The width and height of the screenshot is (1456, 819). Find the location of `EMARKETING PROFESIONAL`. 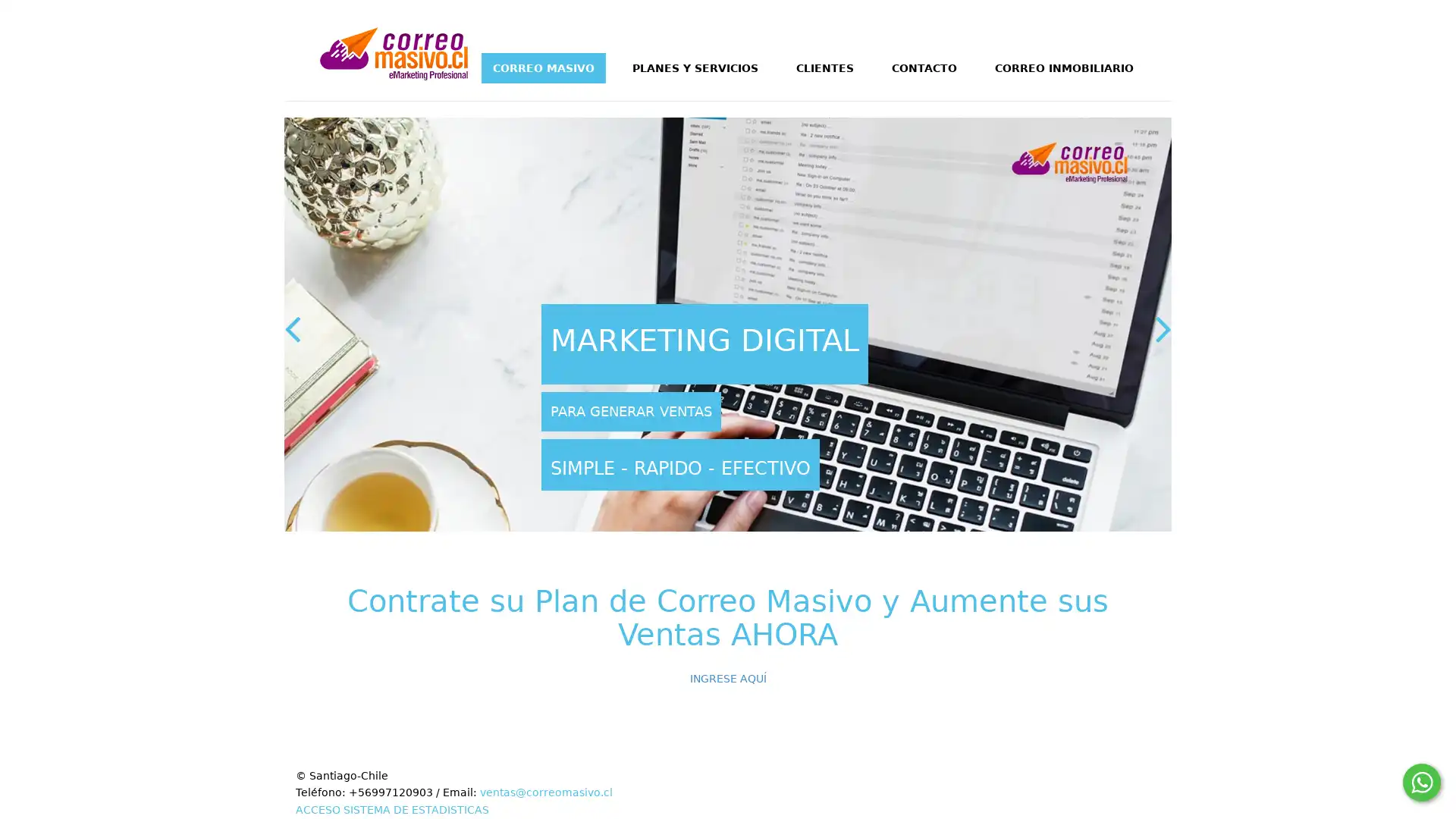

EMARKETING PROFESIONAL is located at coordinates (644, 411).